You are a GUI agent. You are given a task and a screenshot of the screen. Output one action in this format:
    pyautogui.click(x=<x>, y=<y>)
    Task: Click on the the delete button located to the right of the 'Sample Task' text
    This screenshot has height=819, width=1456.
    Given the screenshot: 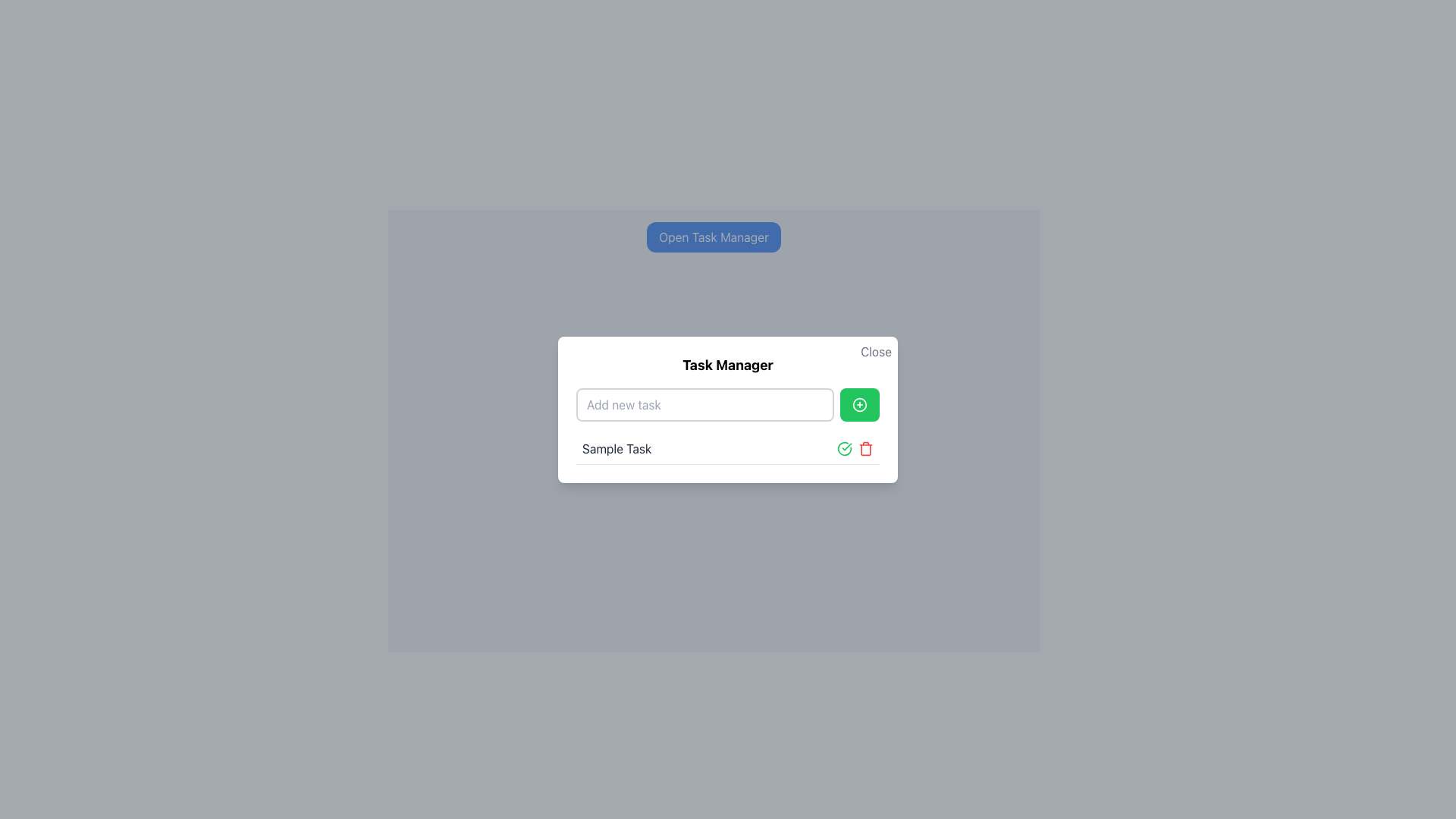 What is the action you would take?
    pyautogui.click(x=866, y=447)
    